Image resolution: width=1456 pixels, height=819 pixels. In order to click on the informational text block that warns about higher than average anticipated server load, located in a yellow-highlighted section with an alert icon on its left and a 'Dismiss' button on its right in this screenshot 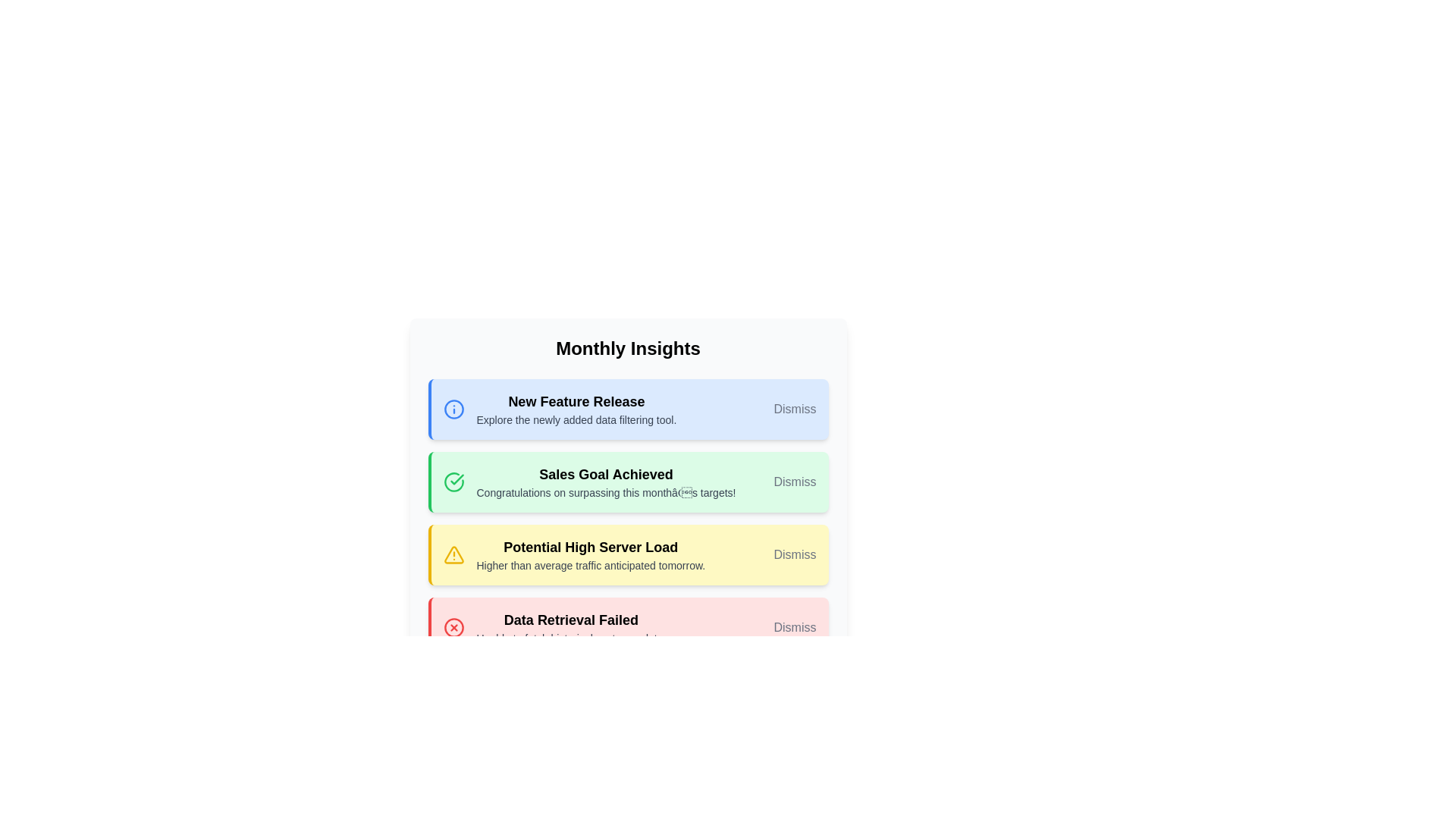, I will do `click(590, 555)`.